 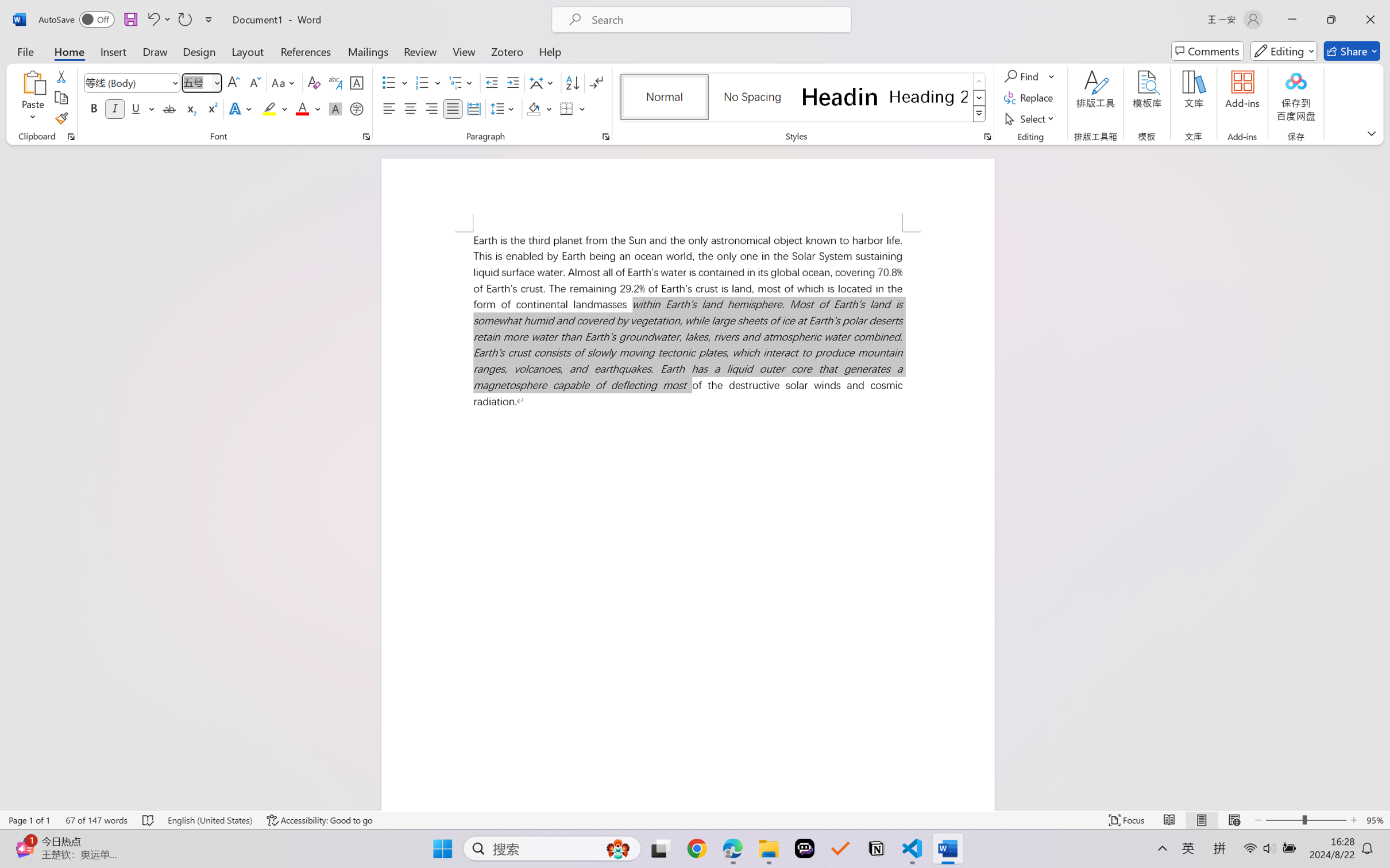 What do you see at coordinates (233, 83) in the screenshot?
I see `'Grow Font'` at bounding box center [233, 83].